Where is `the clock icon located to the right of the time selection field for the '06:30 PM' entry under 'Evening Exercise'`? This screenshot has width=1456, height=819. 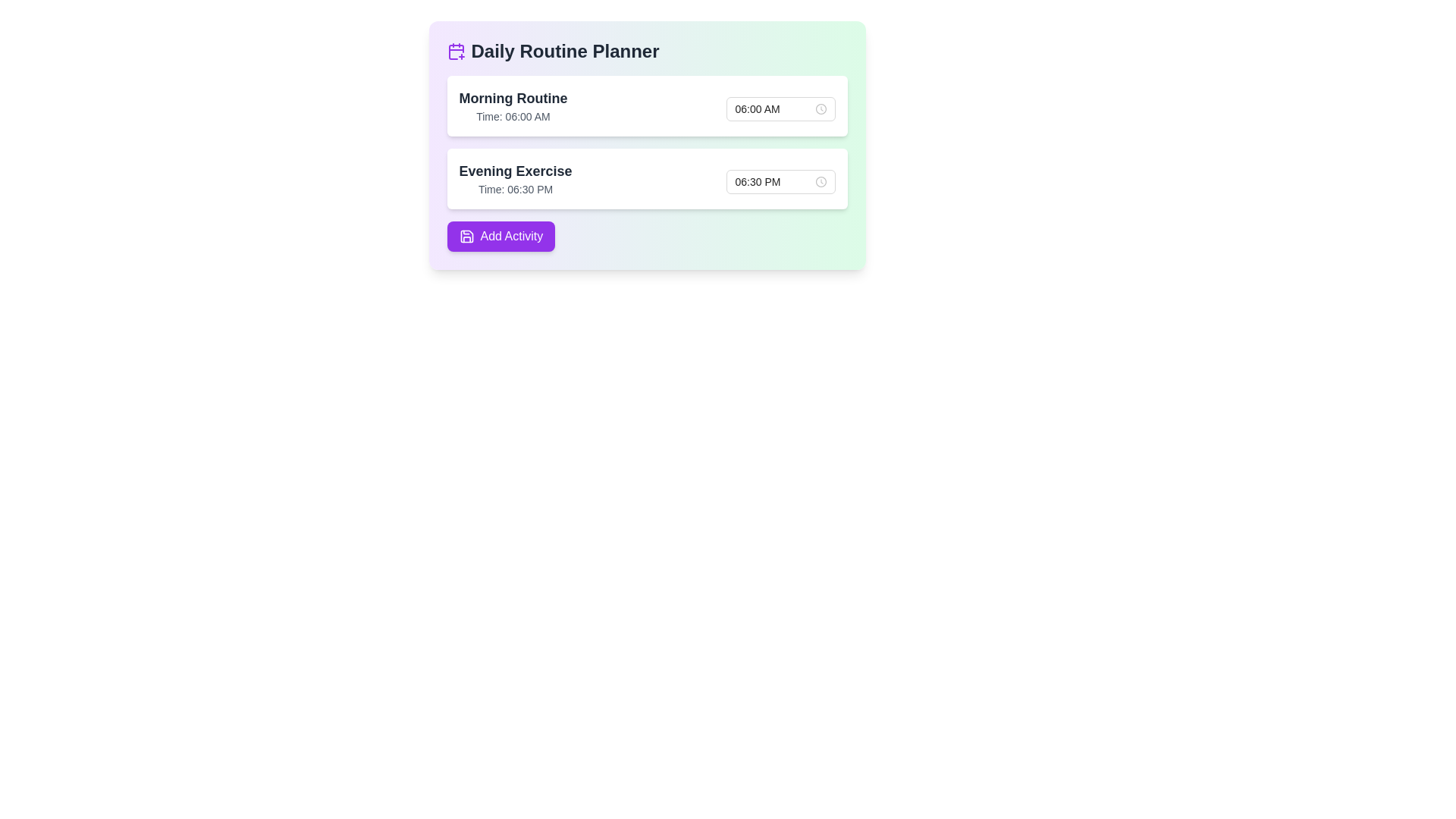 the clock icon located to the right of the time selection field for the '06:30 PM' entry under 'Evening Exercise' is located at coordinates (820, 180).